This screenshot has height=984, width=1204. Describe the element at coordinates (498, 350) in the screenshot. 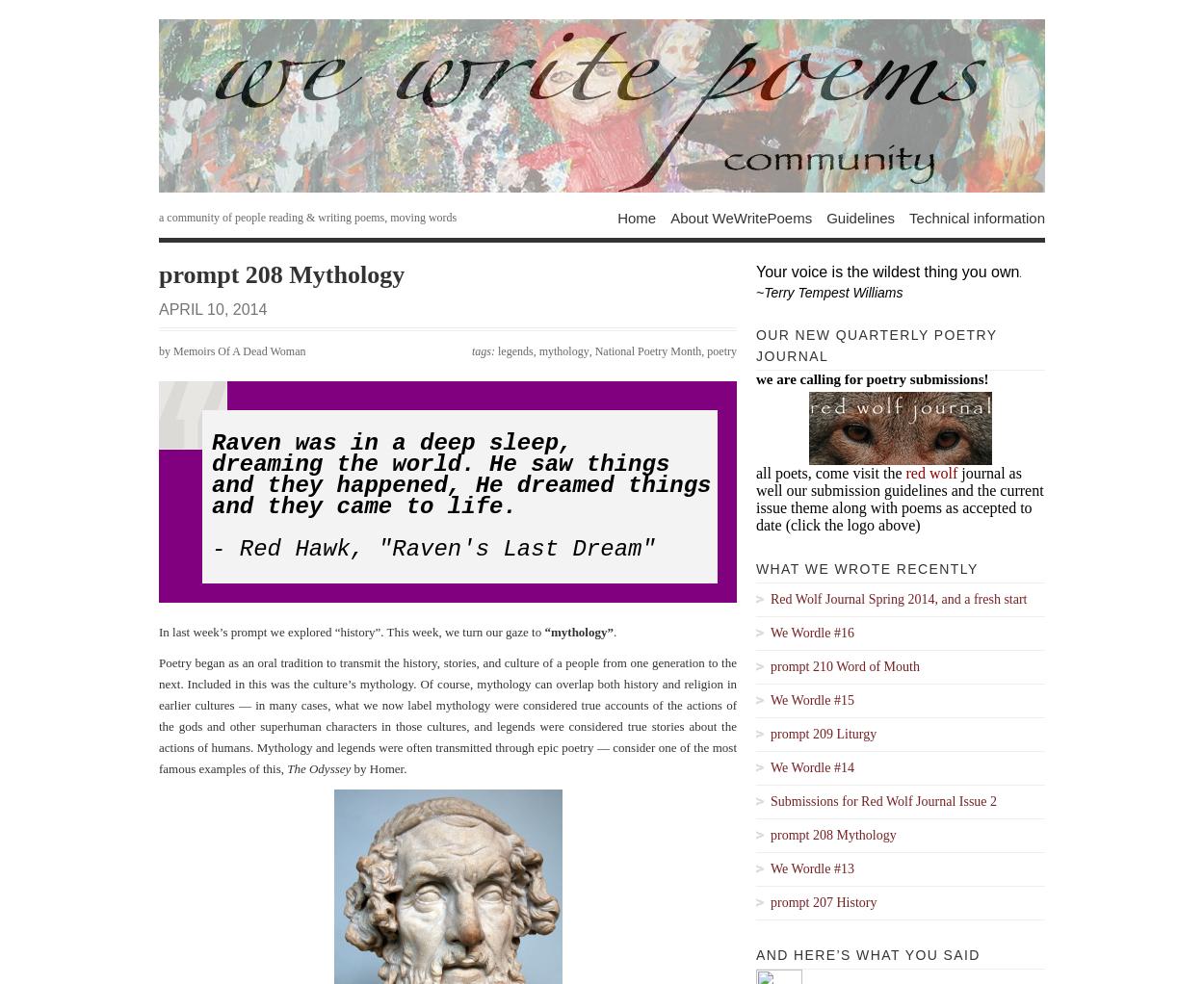

I see `'legends'` at that location.